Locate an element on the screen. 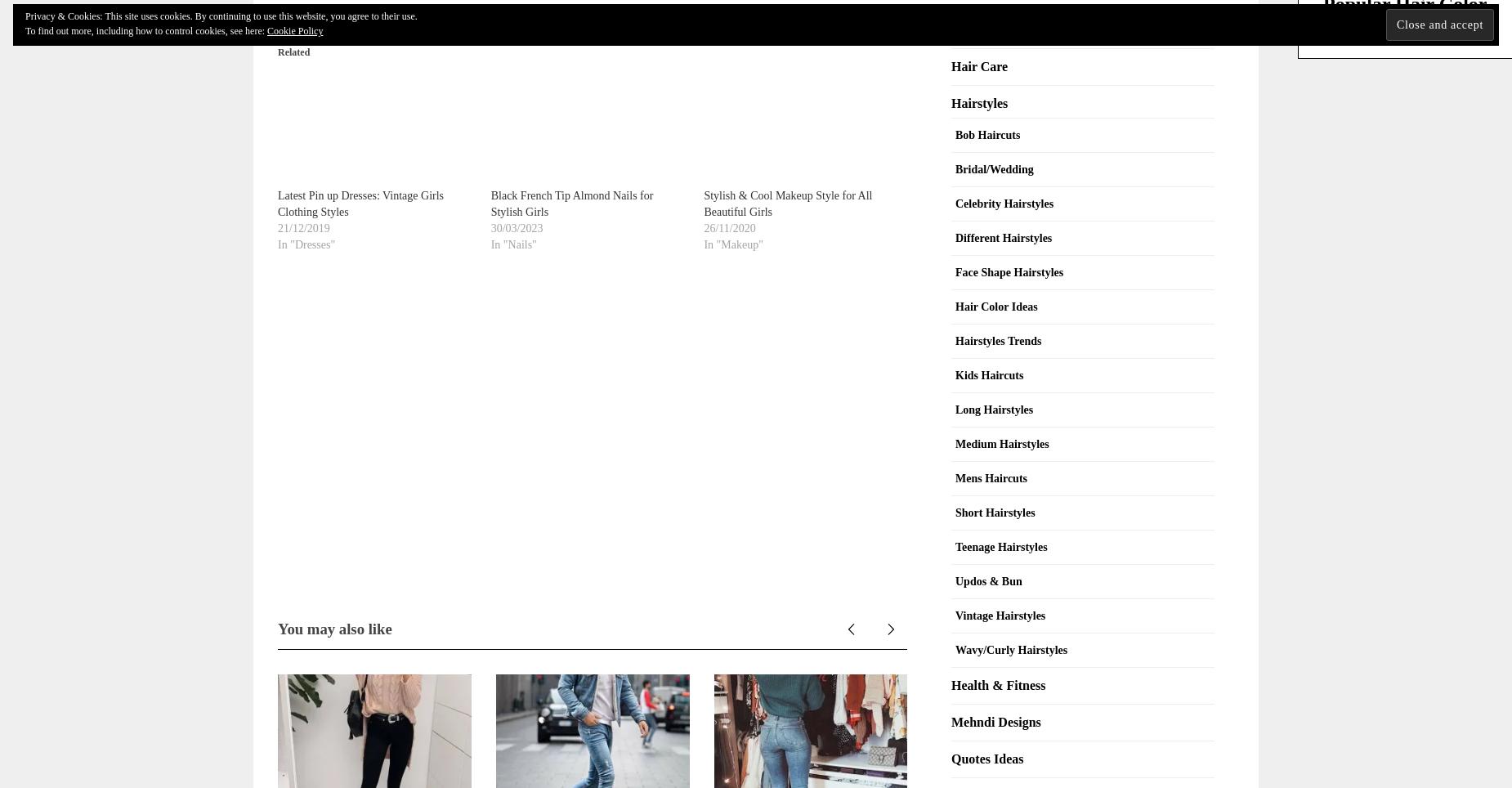  'Celebrity Hairstyles' is located at coordinates (1003, 202).